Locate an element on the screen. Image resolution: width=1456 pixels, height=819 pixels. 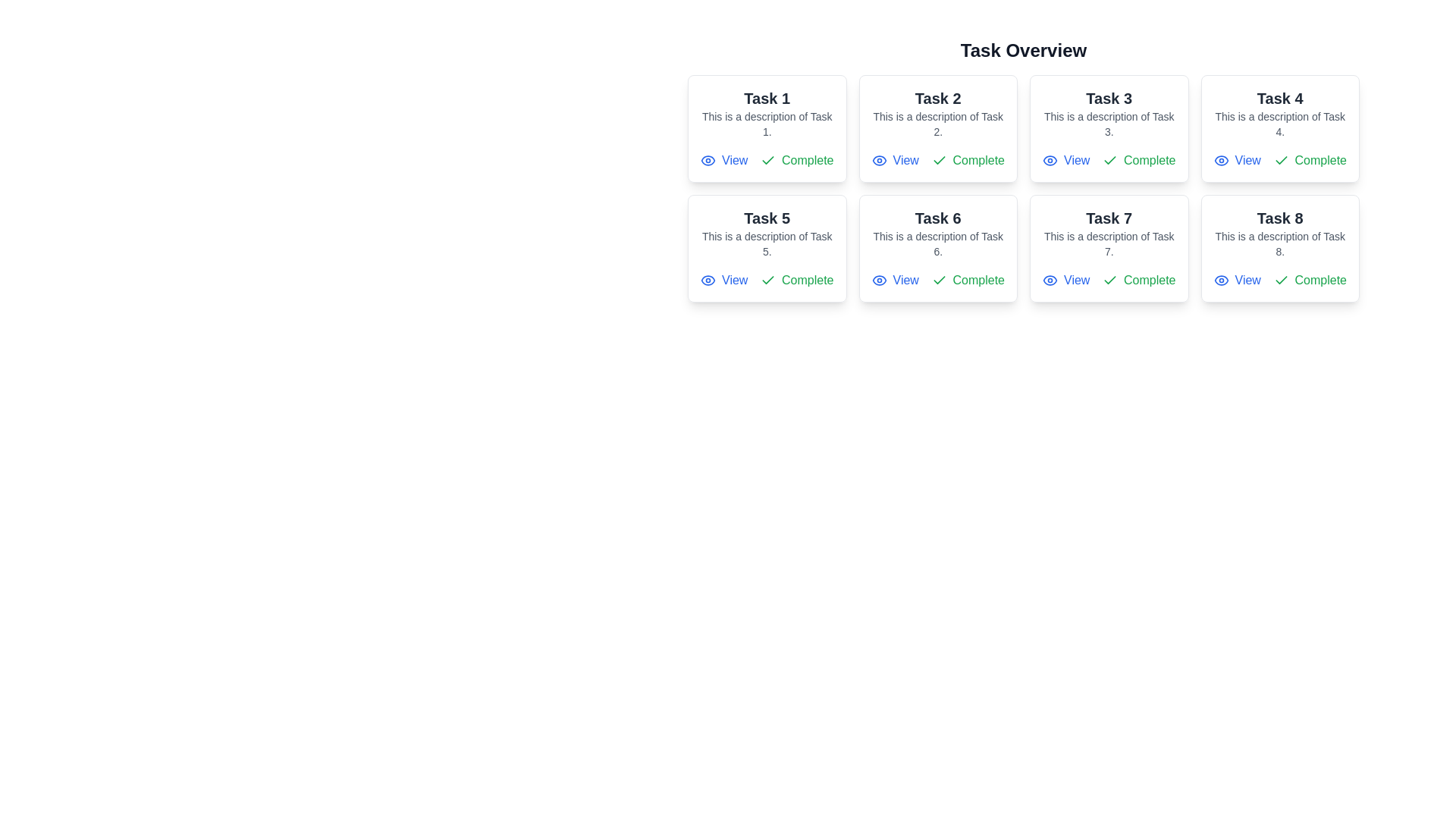
the eye icon in the second task card of the 'Task Overview' section is located at coordinates (879, 161).